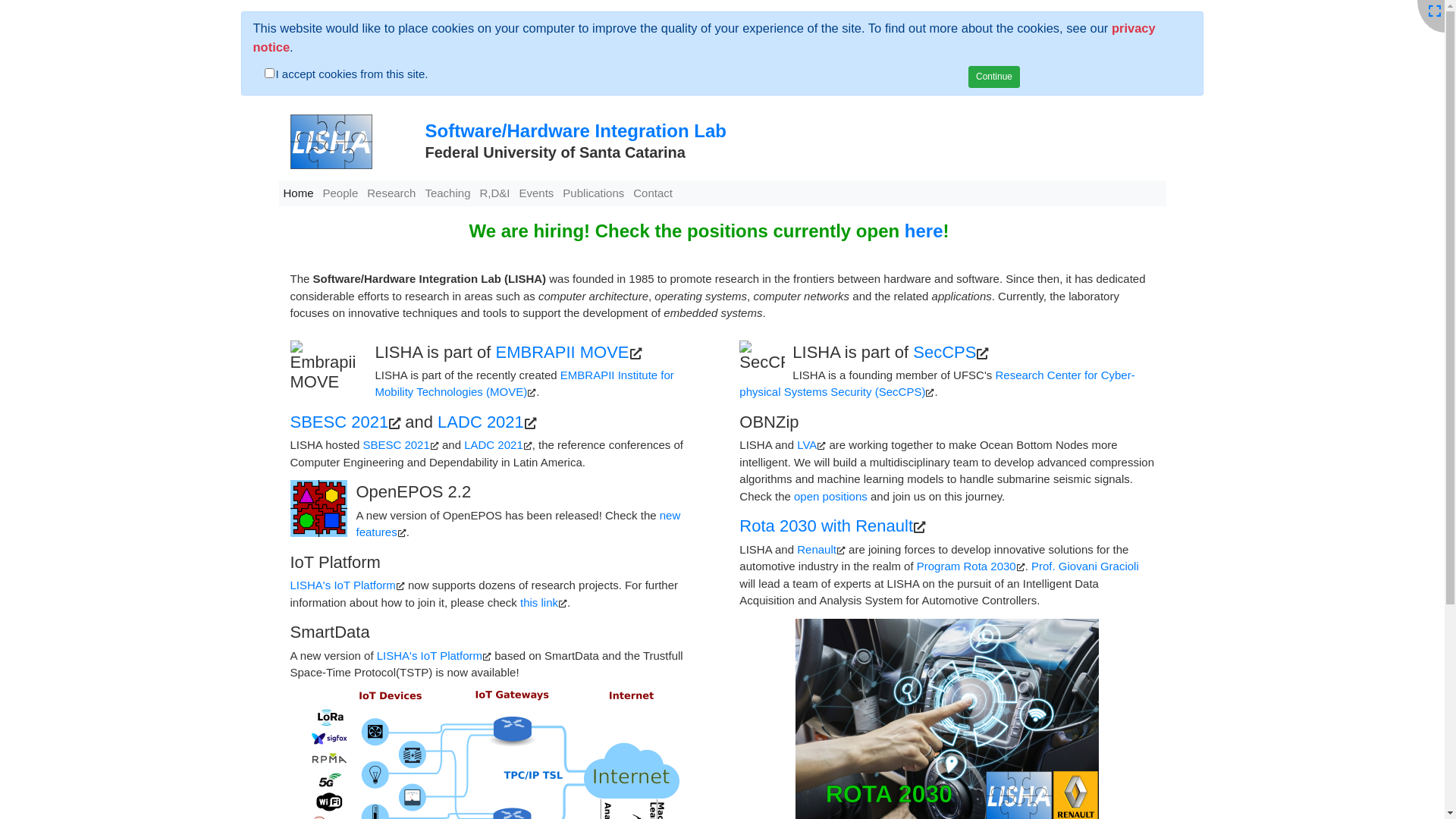  Describe the element at coordinates (560, 352) in the screenshot. I see `'EMBRAPII MOVE'` at that location.